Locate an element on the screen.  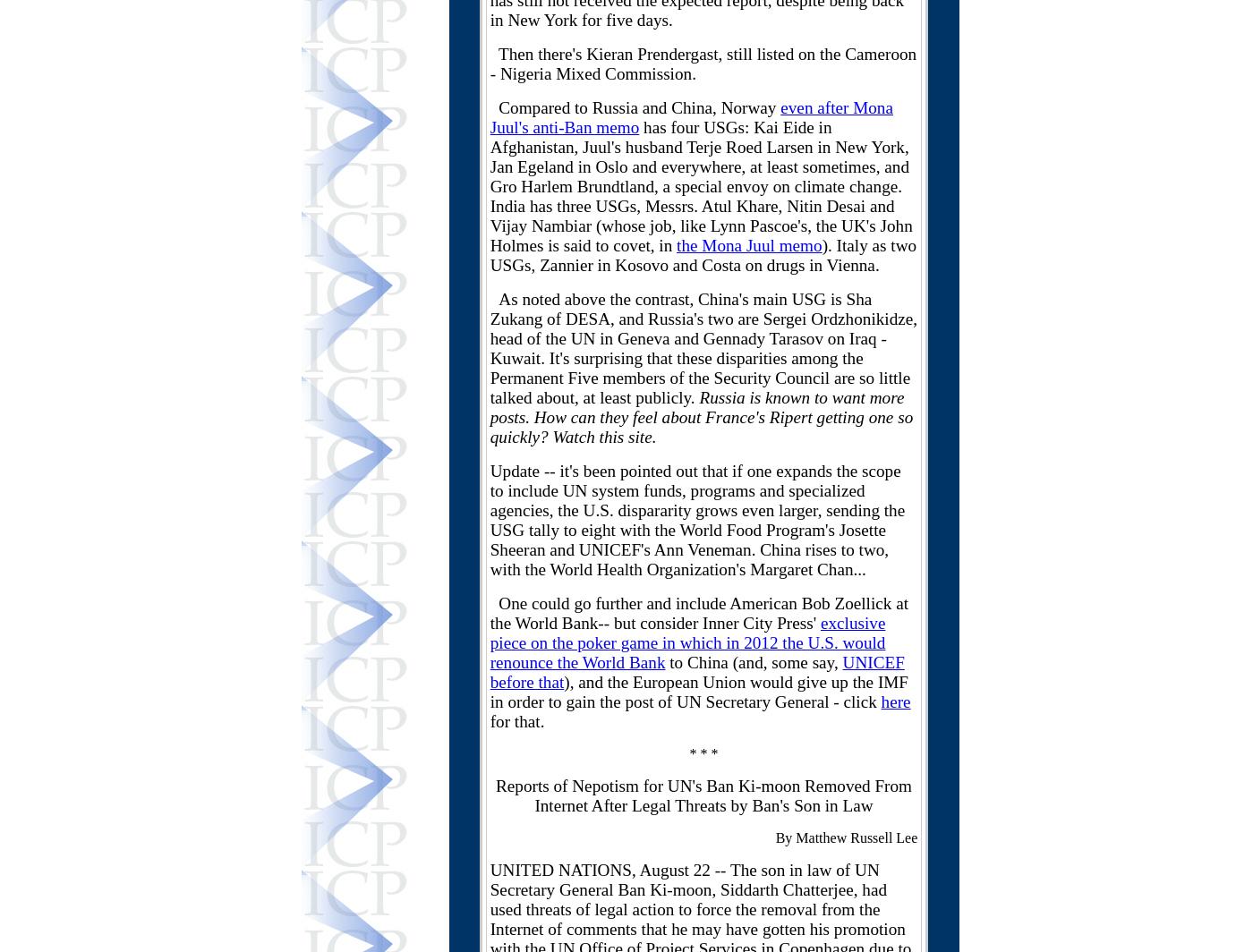
't' is located at coordinates (561, 682).